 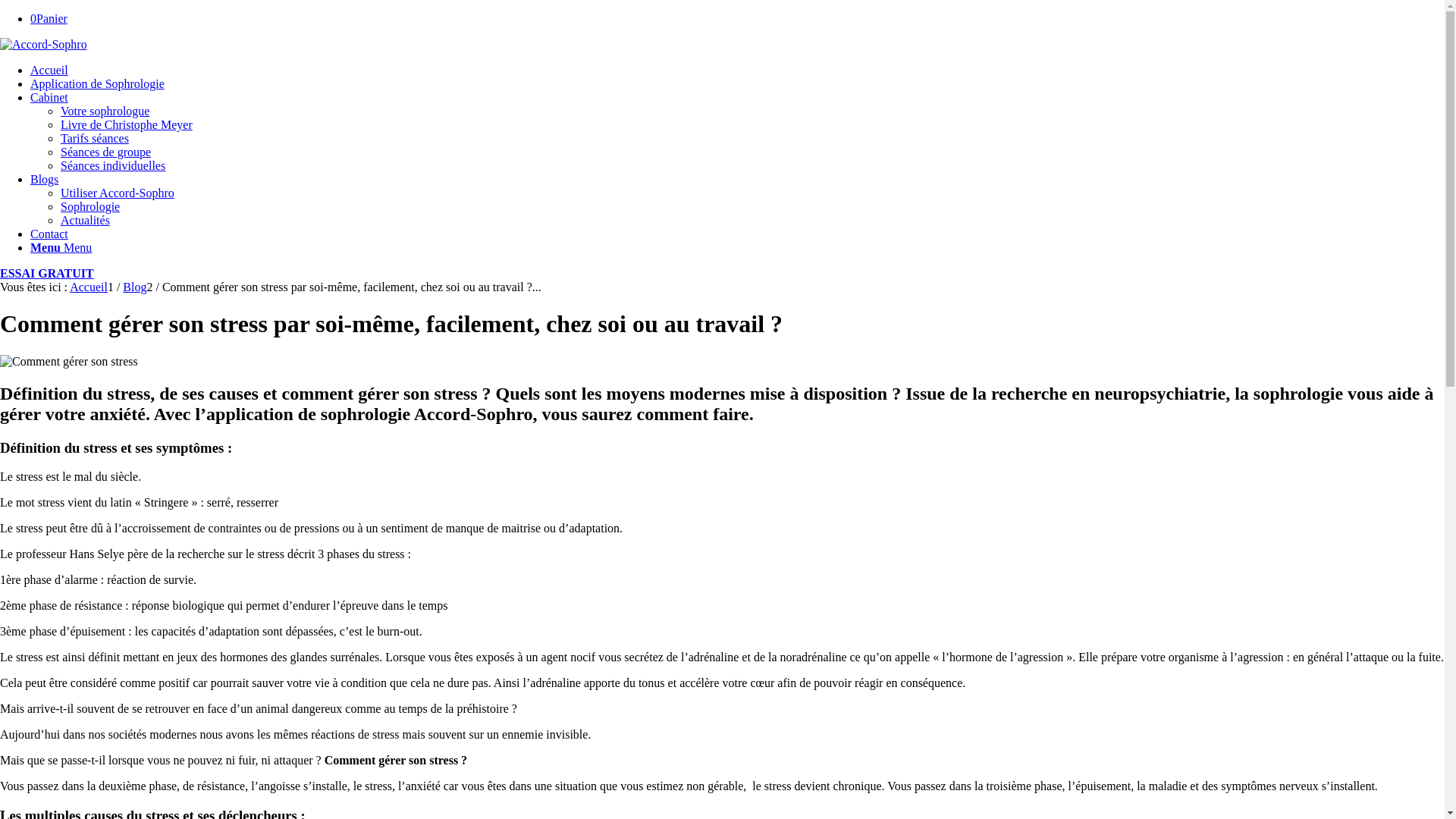 What do you see at coordinates (68, 287) in the screenshot?
I see `'Accueil'` at bounding box center [68, 287].